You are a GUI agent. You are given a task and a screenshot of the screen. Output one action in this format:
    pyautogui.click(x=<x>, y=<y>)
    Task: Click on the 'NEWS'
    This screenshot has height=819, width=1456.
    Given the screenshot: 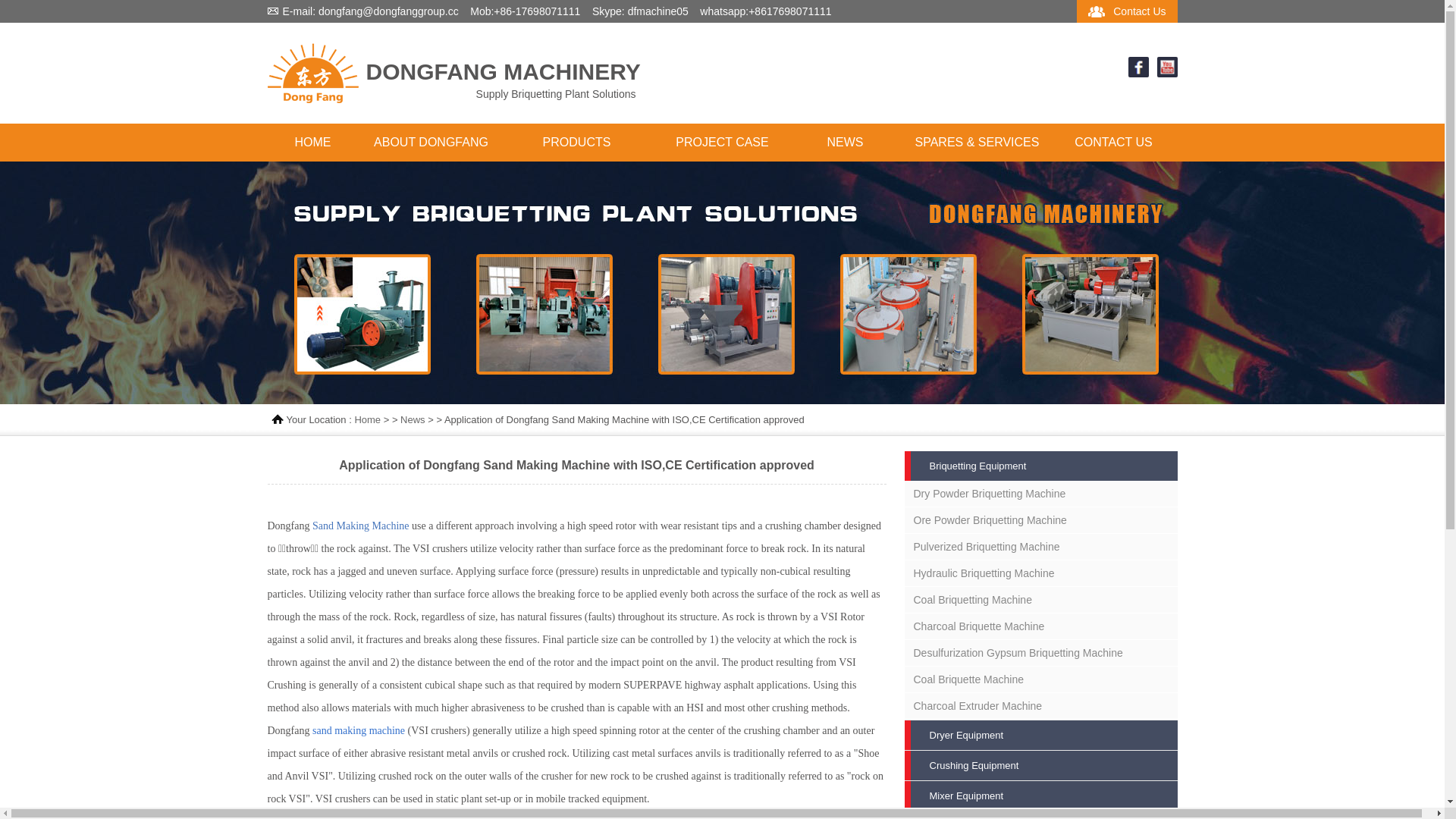 What is the action you would take?
    pyautogui.click(x=843, y=143)
    